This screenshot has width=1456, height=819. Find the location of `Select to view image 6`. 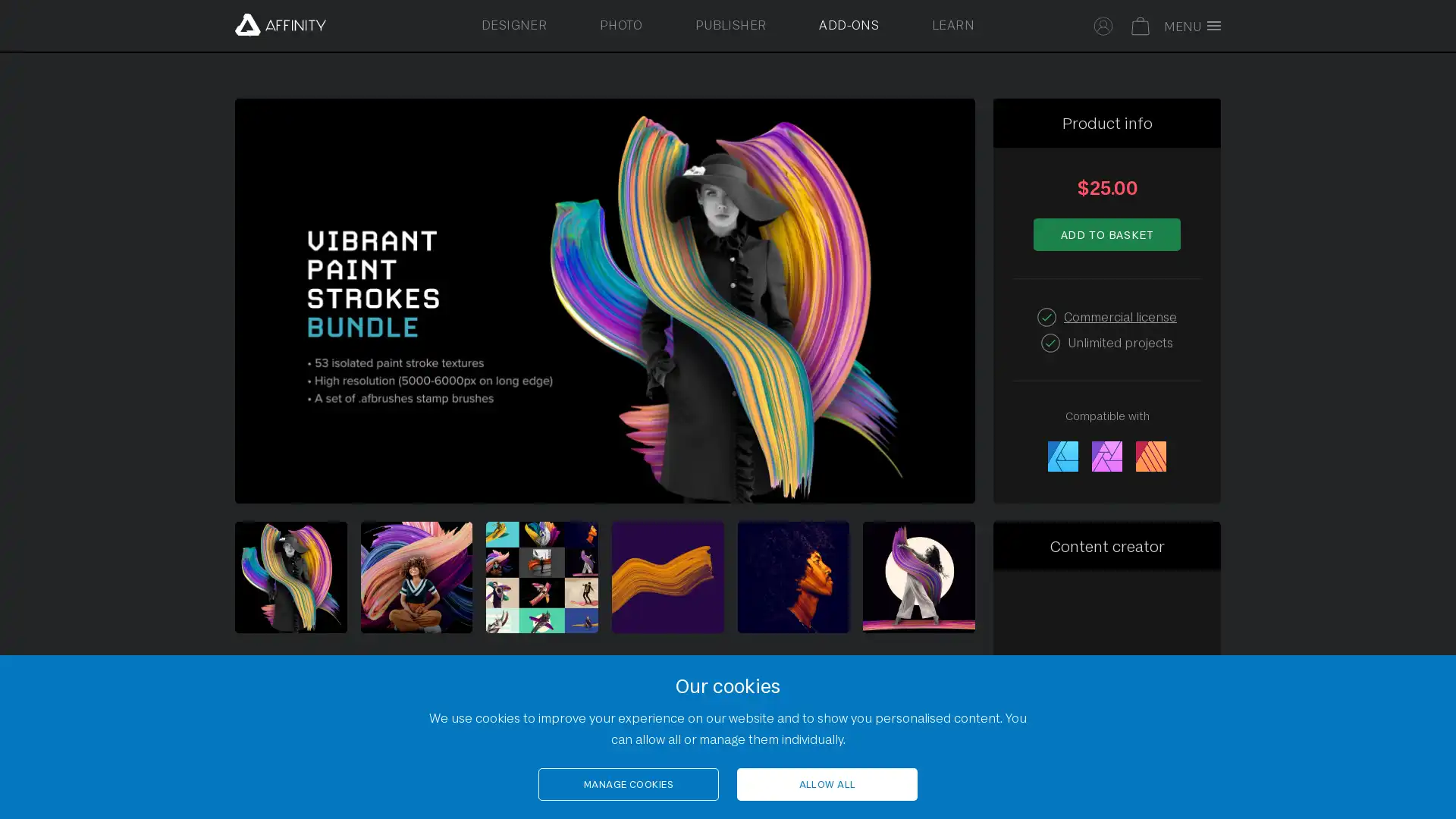

Select to view image 6 is located at coordinates (918, 576).